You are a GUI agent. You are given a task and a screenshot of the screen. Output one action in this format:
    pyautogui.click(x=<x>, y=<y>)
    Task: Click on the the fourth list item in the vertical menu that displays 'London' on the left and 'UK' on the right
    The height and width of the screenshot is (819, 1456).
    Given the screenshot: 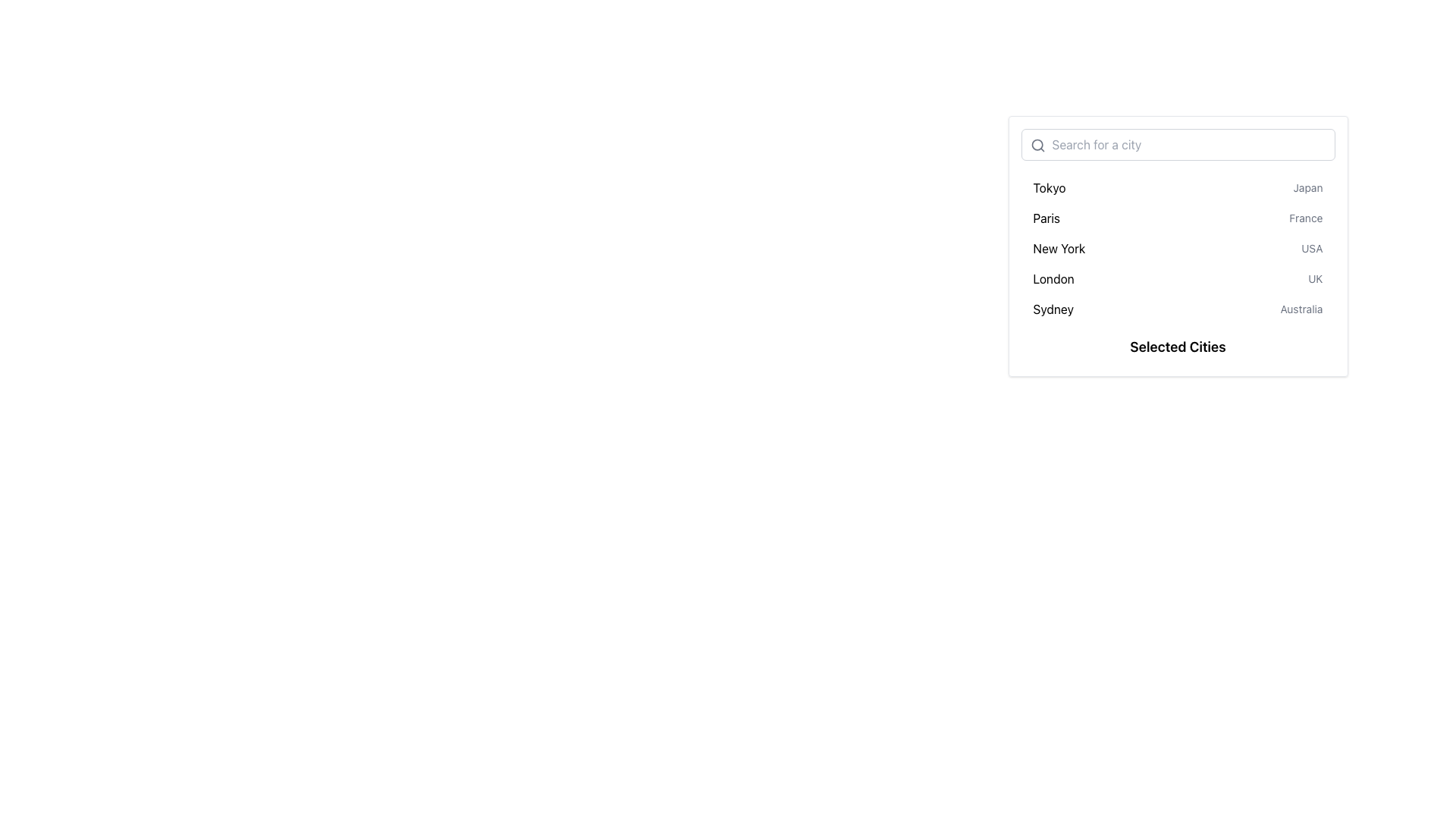 What is the action you would take?
    pyautogui.click(x=1177, y=278)
    